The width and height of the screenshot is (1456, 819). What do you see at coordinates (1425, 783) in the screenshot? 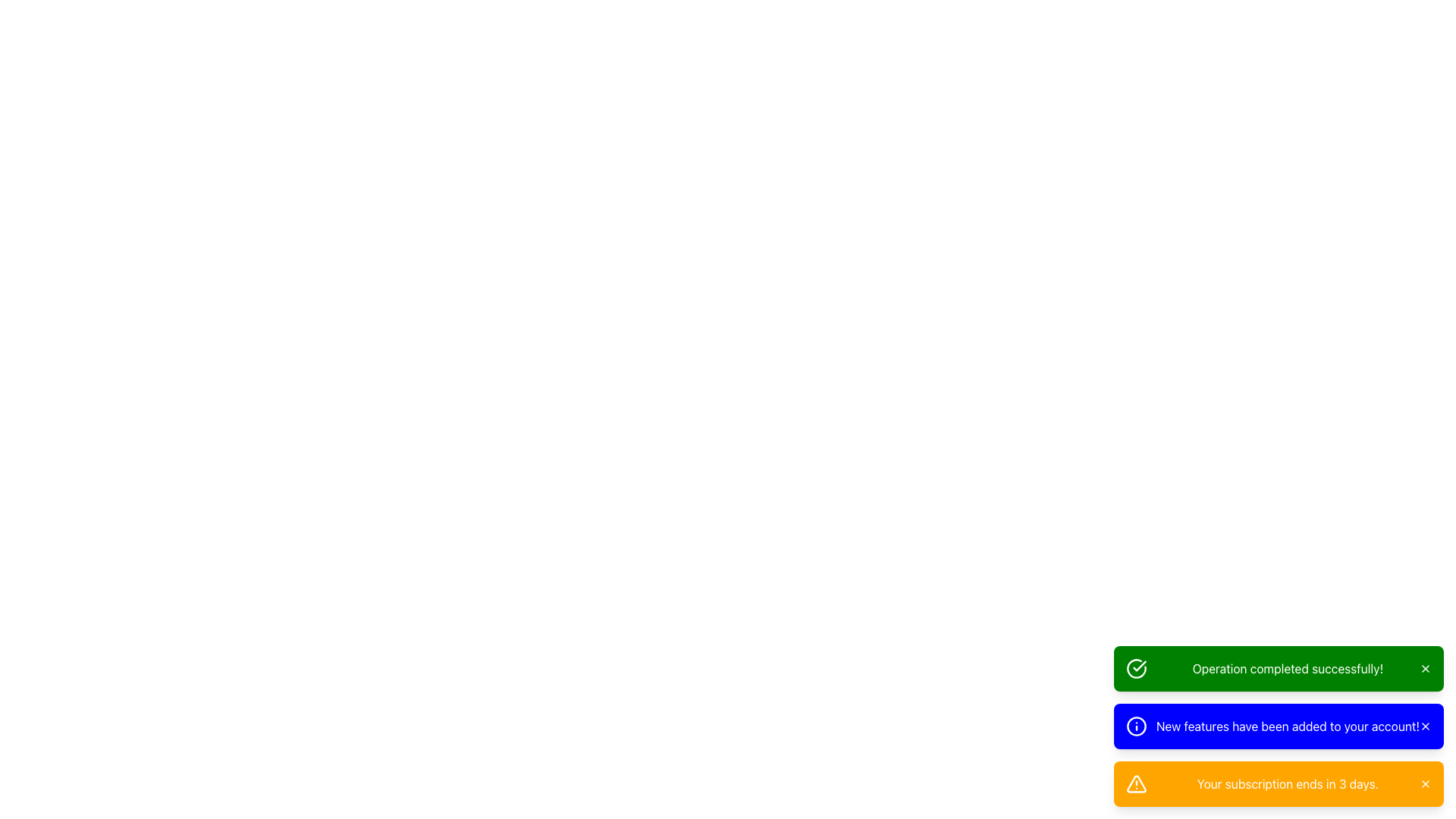
I see `the close button with an 'X' symbol located in the top-right corner of the notification box that has an orange background and displays the text 'Your subscription ends in 3 days.'` at bounding box center [1425, 783].